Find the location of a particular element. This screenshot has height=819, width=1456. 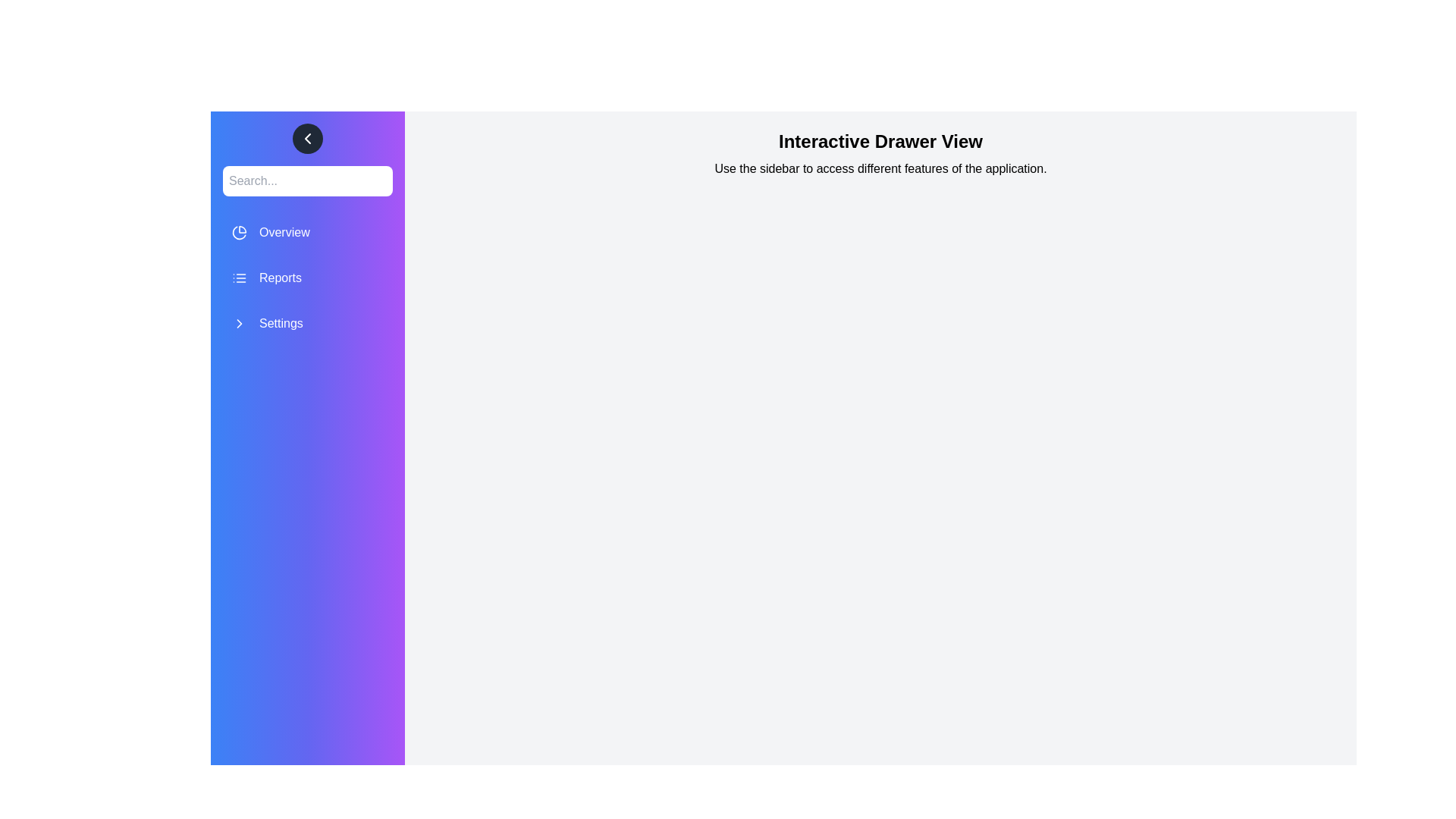

the menu item Reports to navigate to the respective section is located at coordinates (307, 278).